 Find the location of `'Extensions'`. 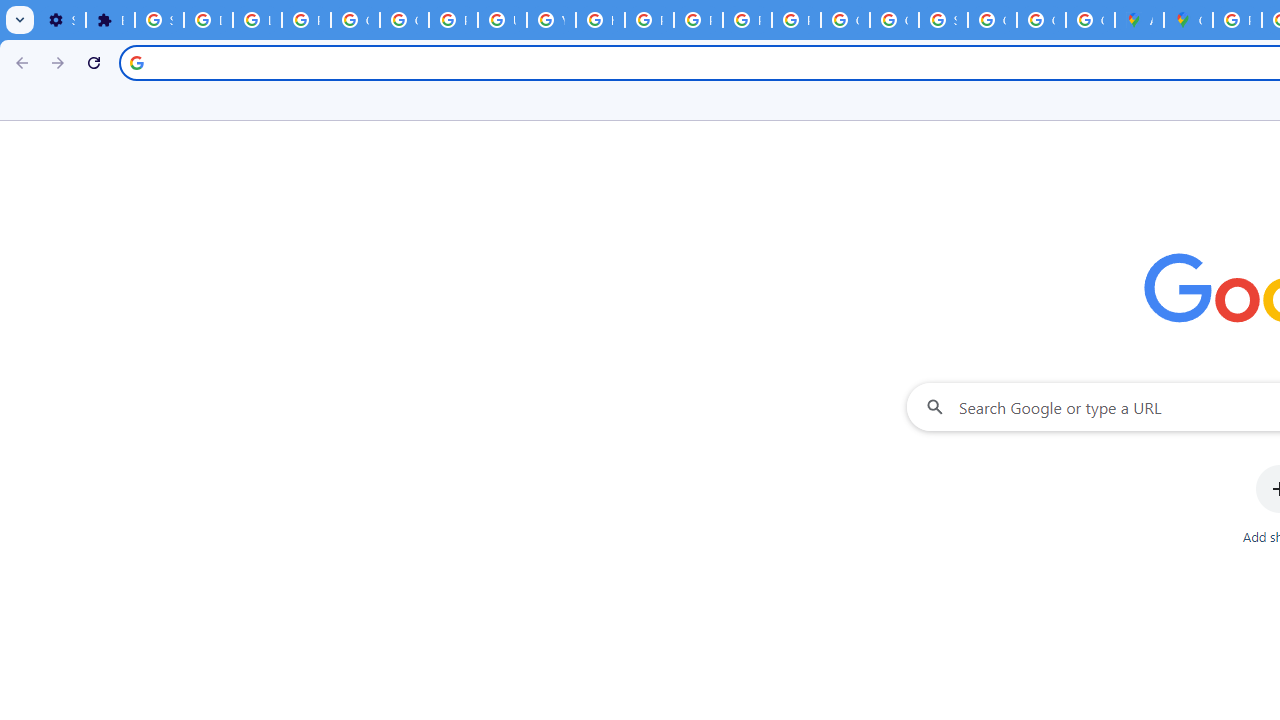

'Extensions' is located at coordinates (109, 20).